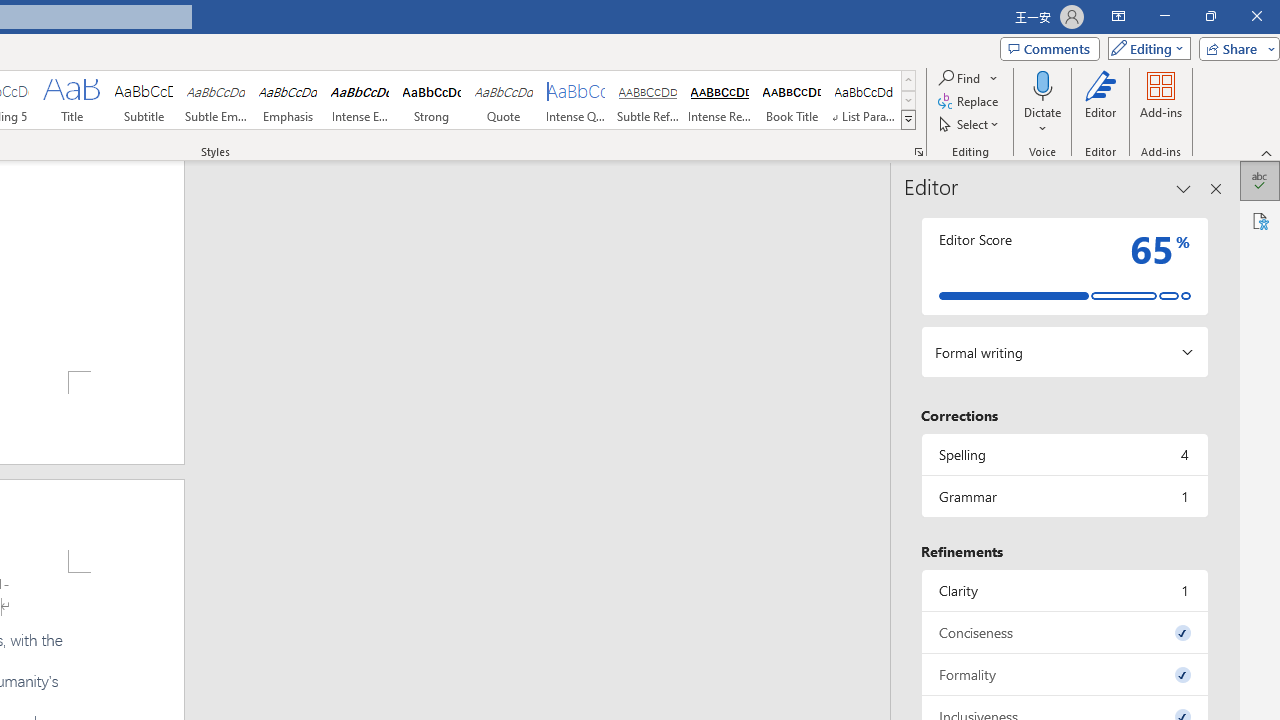 The height and width of the screenshot is (720, 1280). Describe the element at coordinates (1117, 16) in the screenshot. I see `'Ribbon Display Options'` at that location.